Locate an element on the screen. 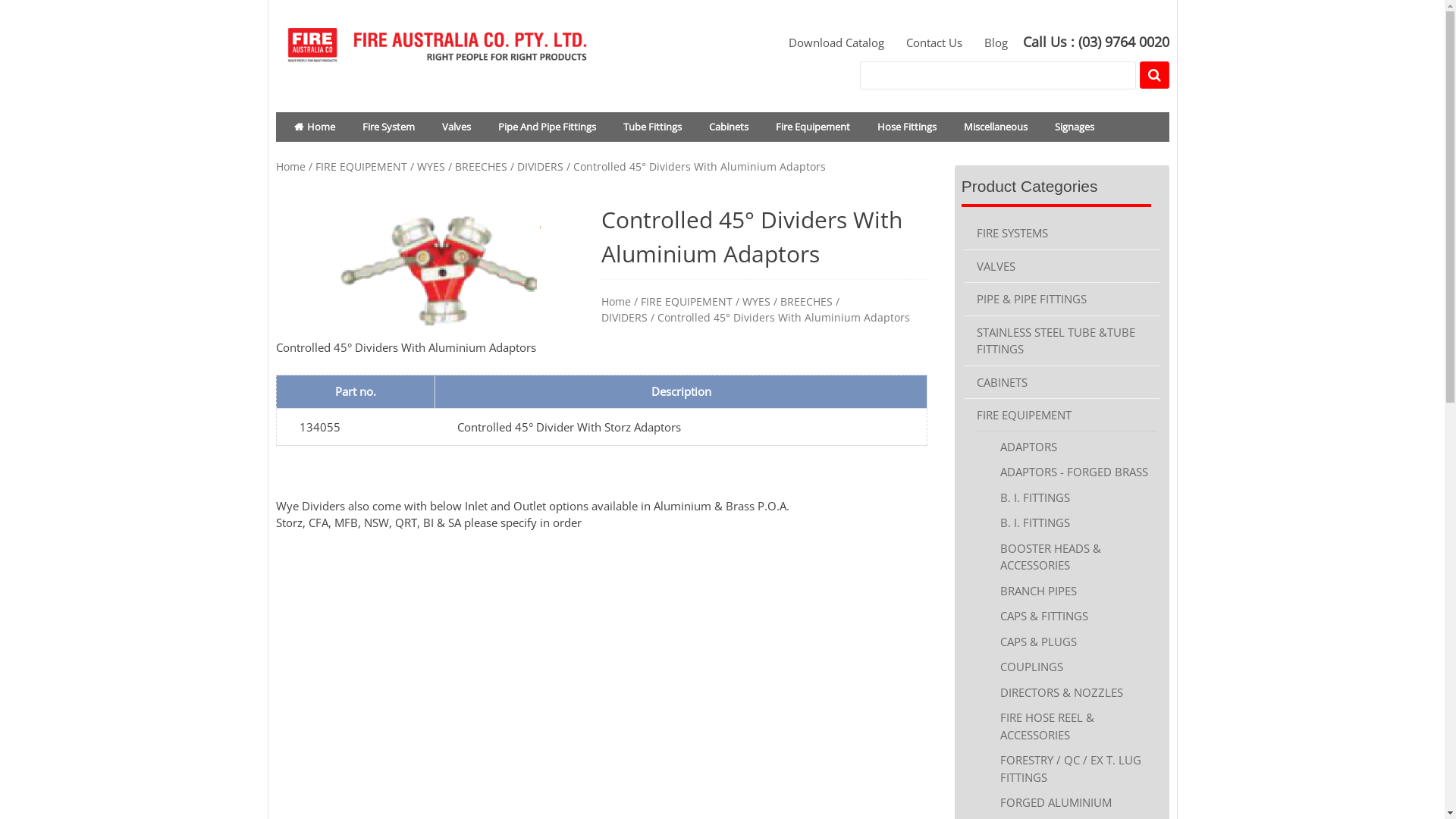 This screenshot has width=1456, height=819. 'Blog' is located at coordinates (987, 42).